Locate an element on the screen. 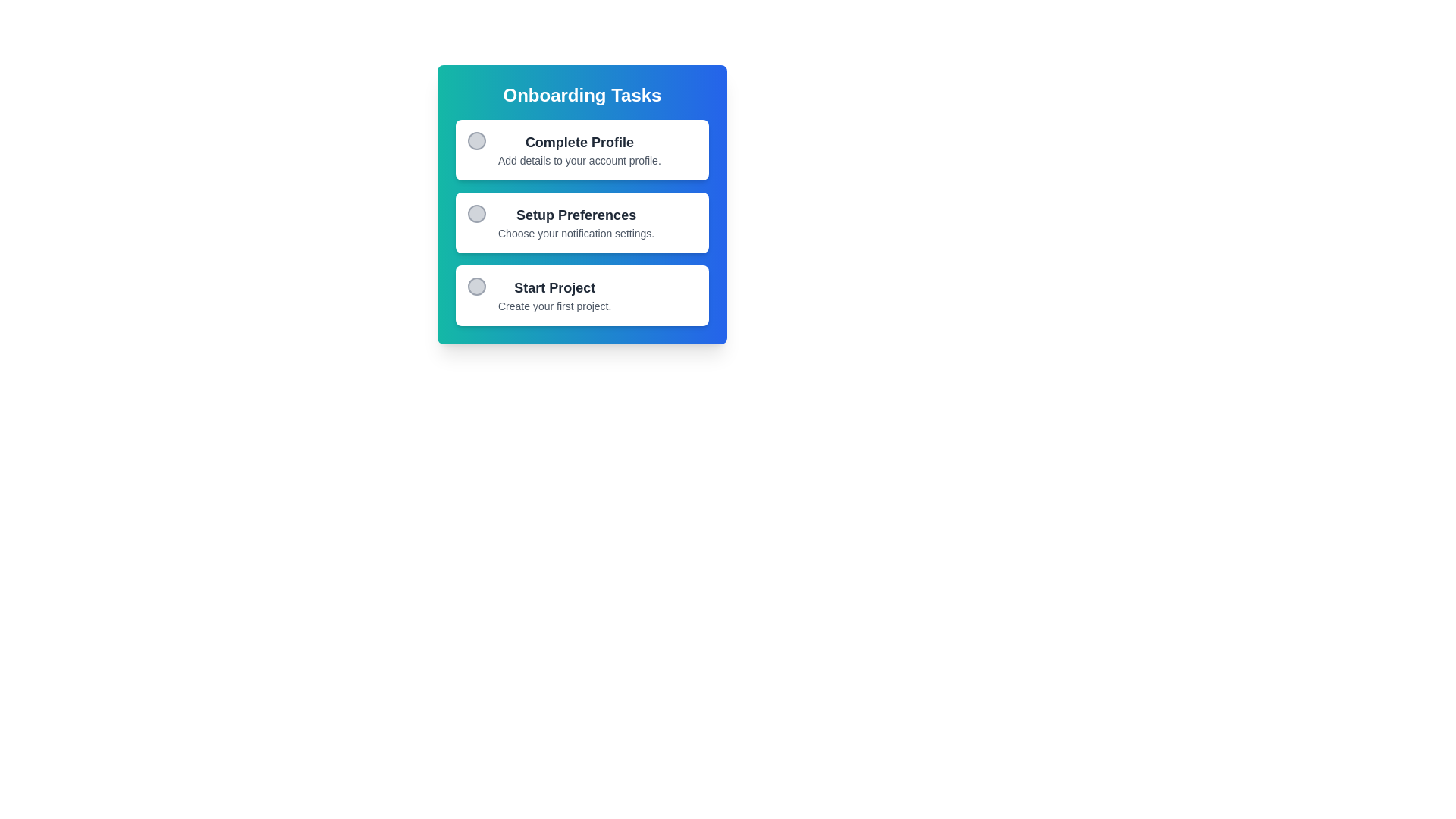 The height and width of the screenshot is (819, 1456). the 'Setup Preferences' card, which is the second card in a vertical stack of three is located at coordinates (582, 222).